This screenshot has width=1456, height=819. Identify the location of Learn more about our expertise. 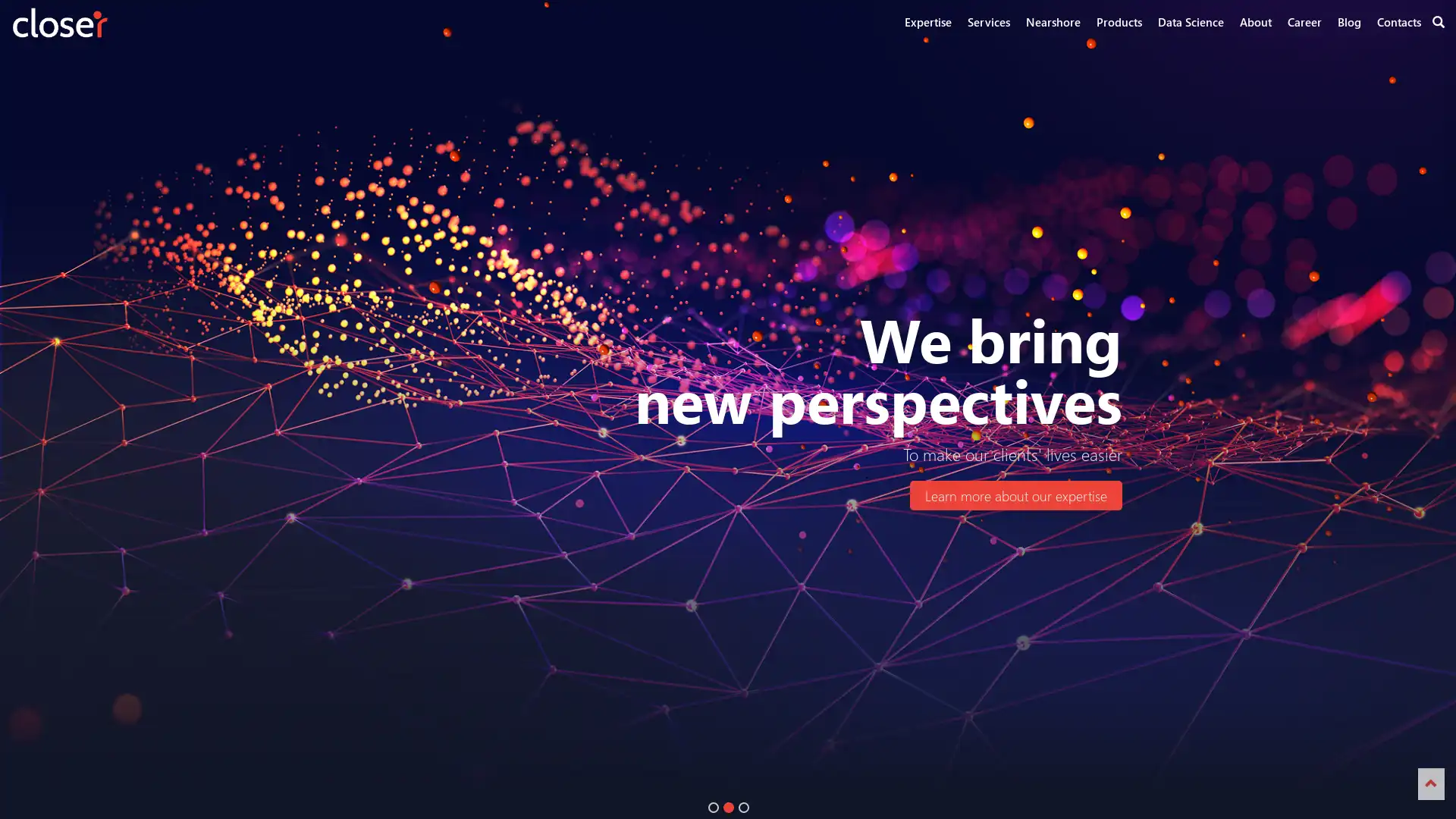
(1015, 495).